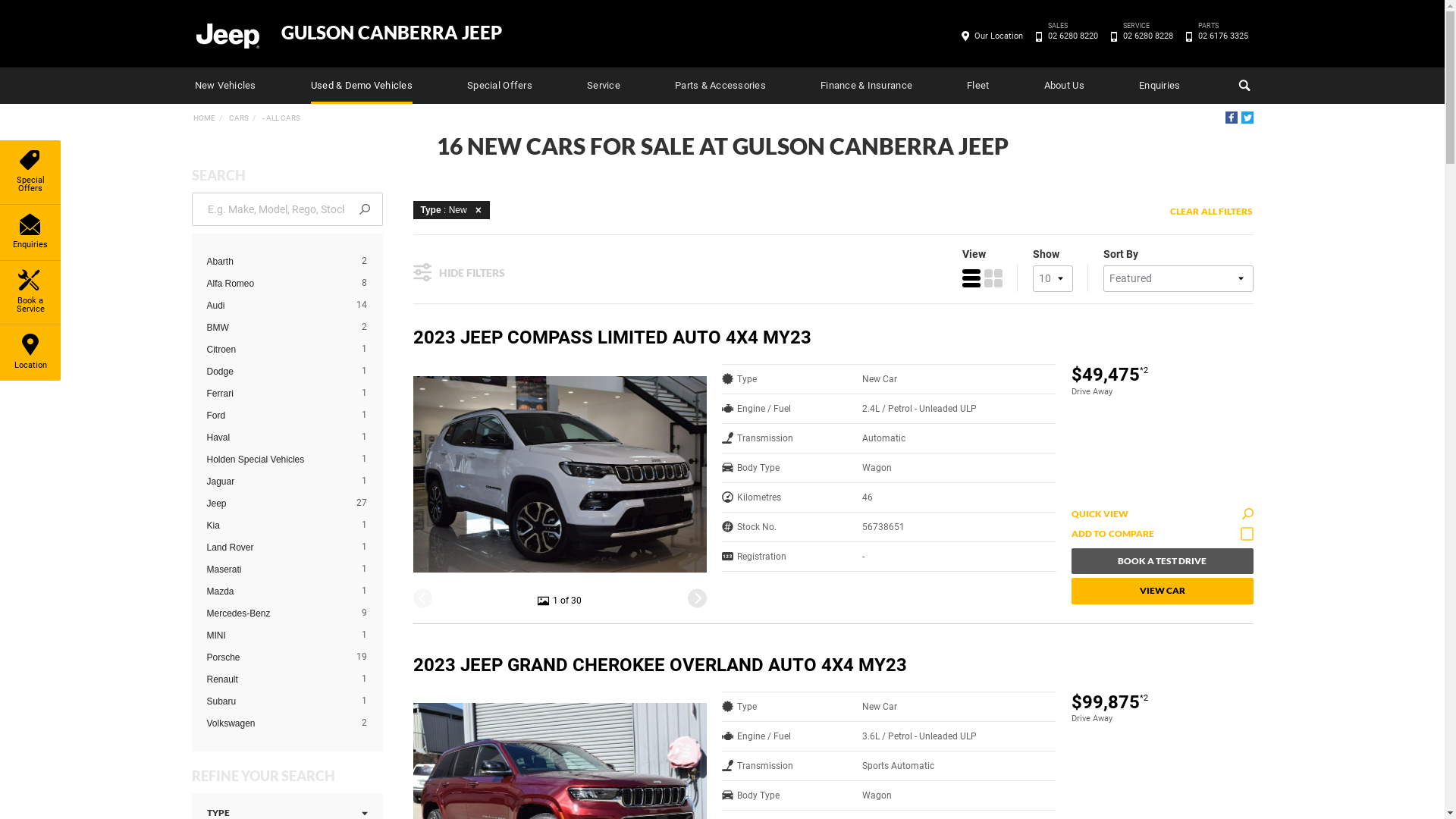 This screenshot has width=1456, height=819. I want to click on 'SALES, so click(1072, 35).